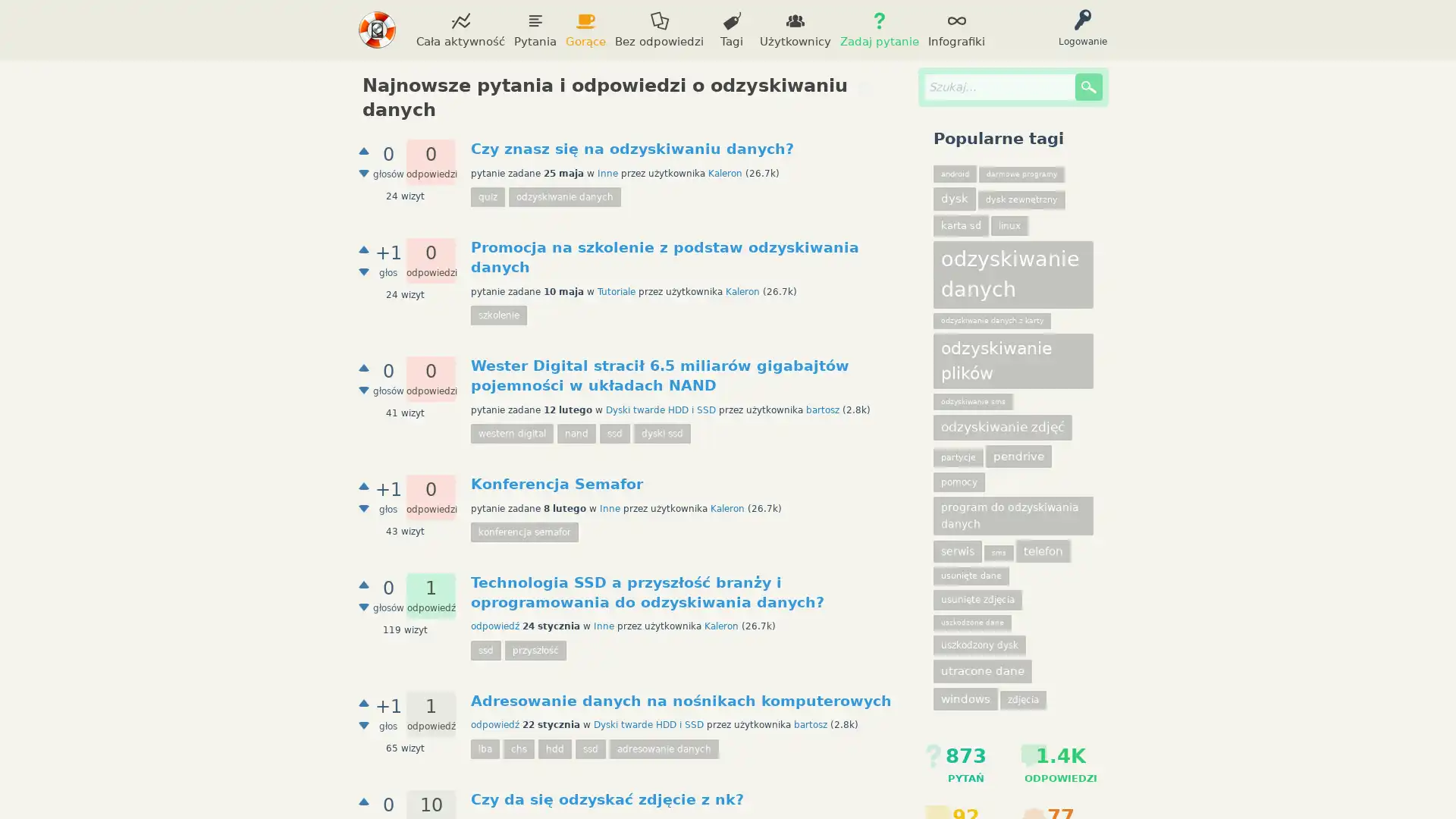  I want to click on +, so click(364, 485).